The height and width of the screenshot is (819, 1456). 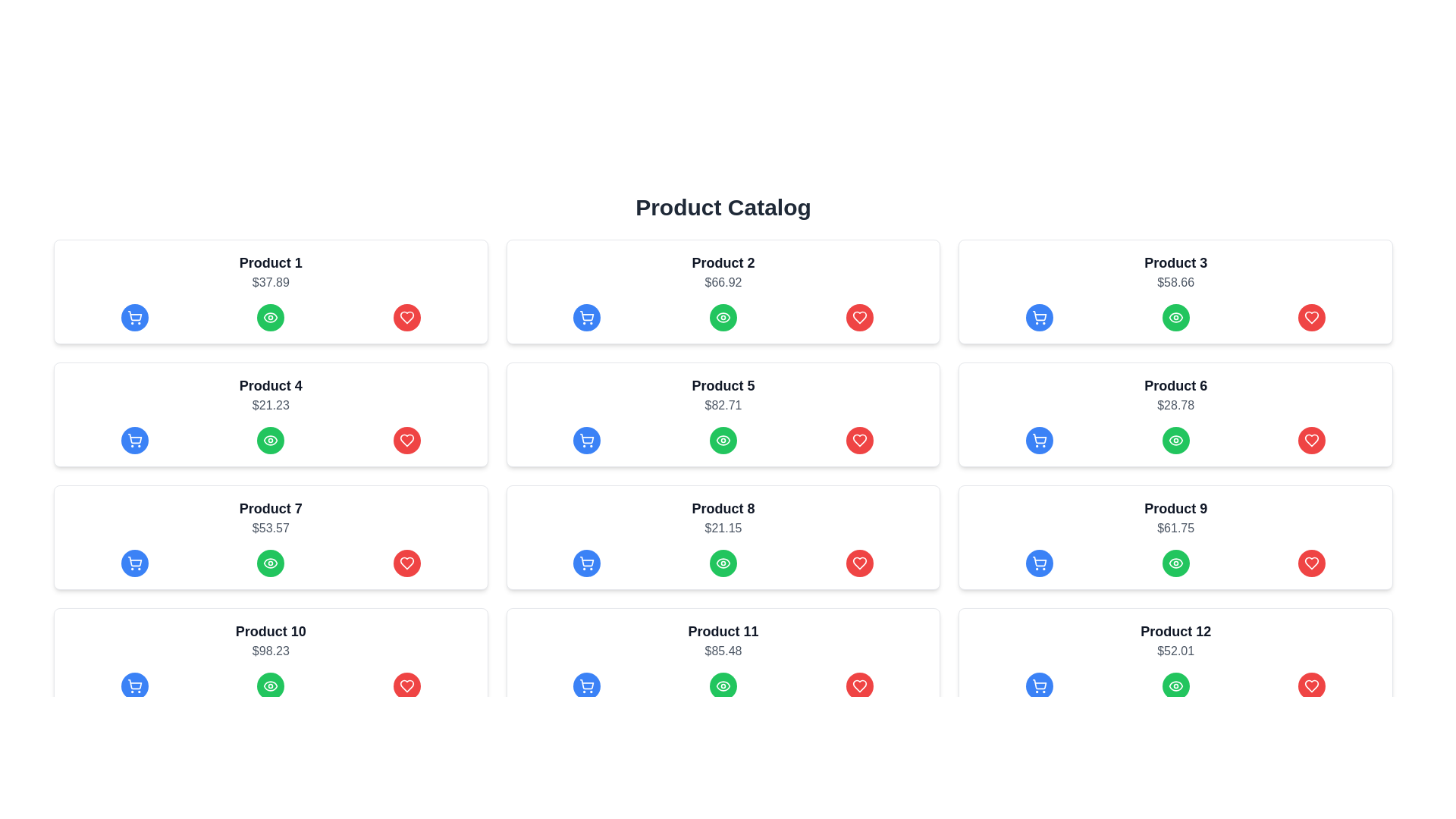 What do you see at coordinates (586, 438) in the screenshot?
I see `the shopping cart icon in the middle row of the card for 'Product 5'` at bounding box center [586, 438].